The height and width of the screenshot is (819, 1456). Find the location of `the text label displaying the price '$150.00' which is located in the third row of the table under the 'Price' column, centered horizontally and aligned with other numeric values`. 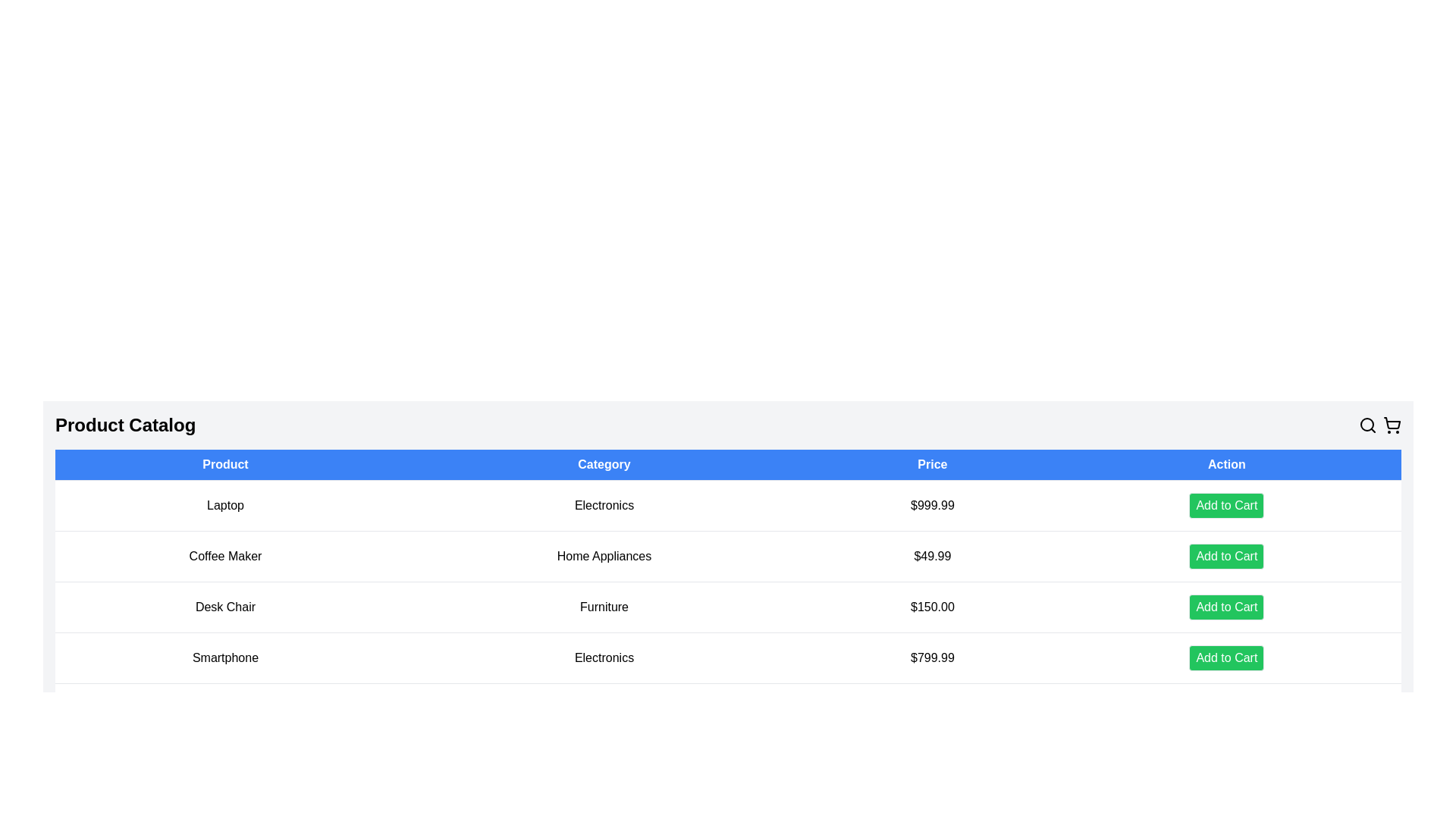

the text label displaying the price '$150.00' which is located in the third row of the table under the 'Price' column, centered horizontally and aligned with other numeric values is located at coordinates (931, 607).